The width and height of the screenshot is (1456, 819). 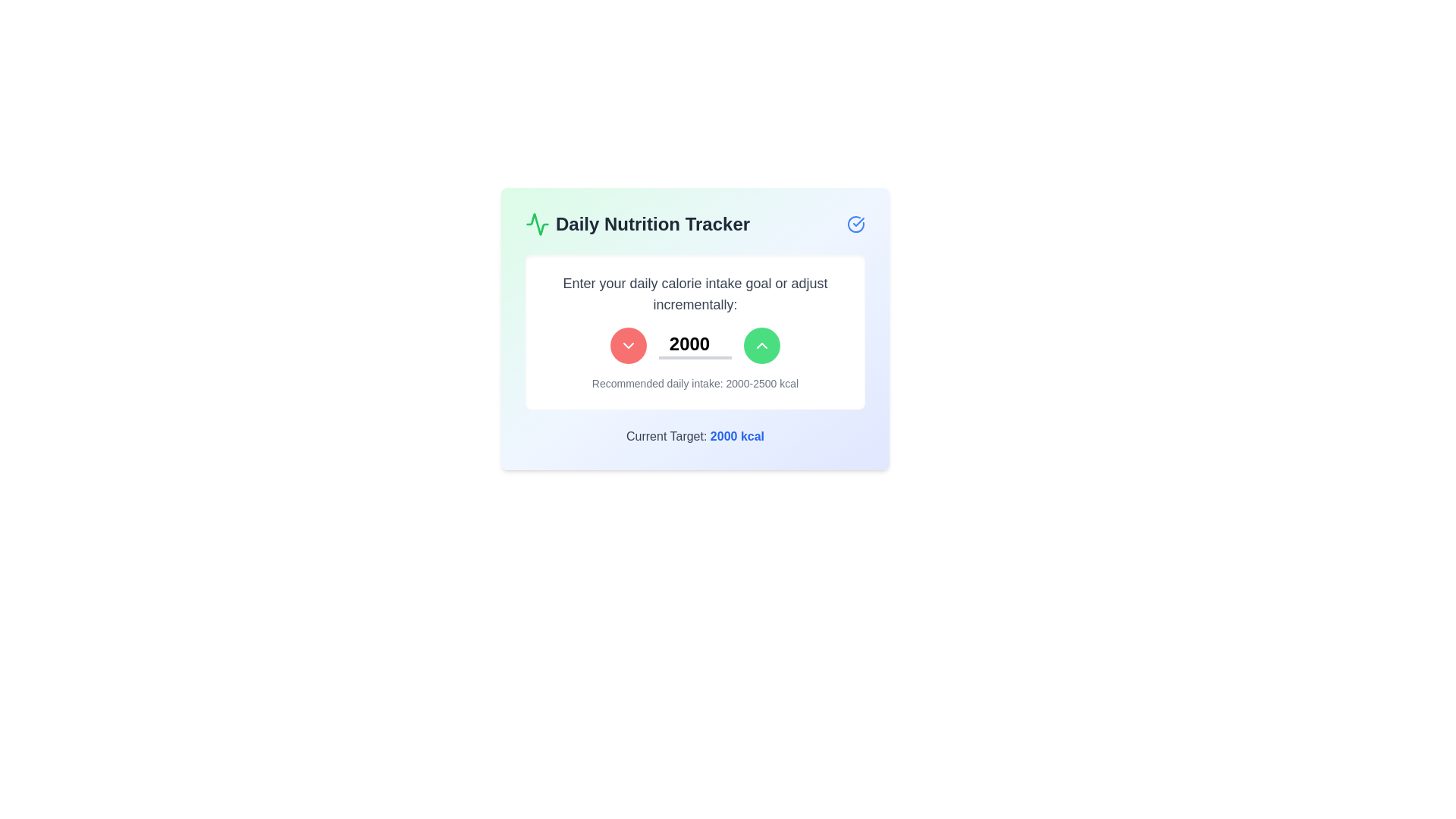 What do you see at coordinates (538, 224) in the screenshot?
I see `the heart-beat styled chart icon located at the top-left of the 'Daily Nutrition Tracker' card, which is characterized by sharp, angular lines and a green color` at bounding box center [538, 224].